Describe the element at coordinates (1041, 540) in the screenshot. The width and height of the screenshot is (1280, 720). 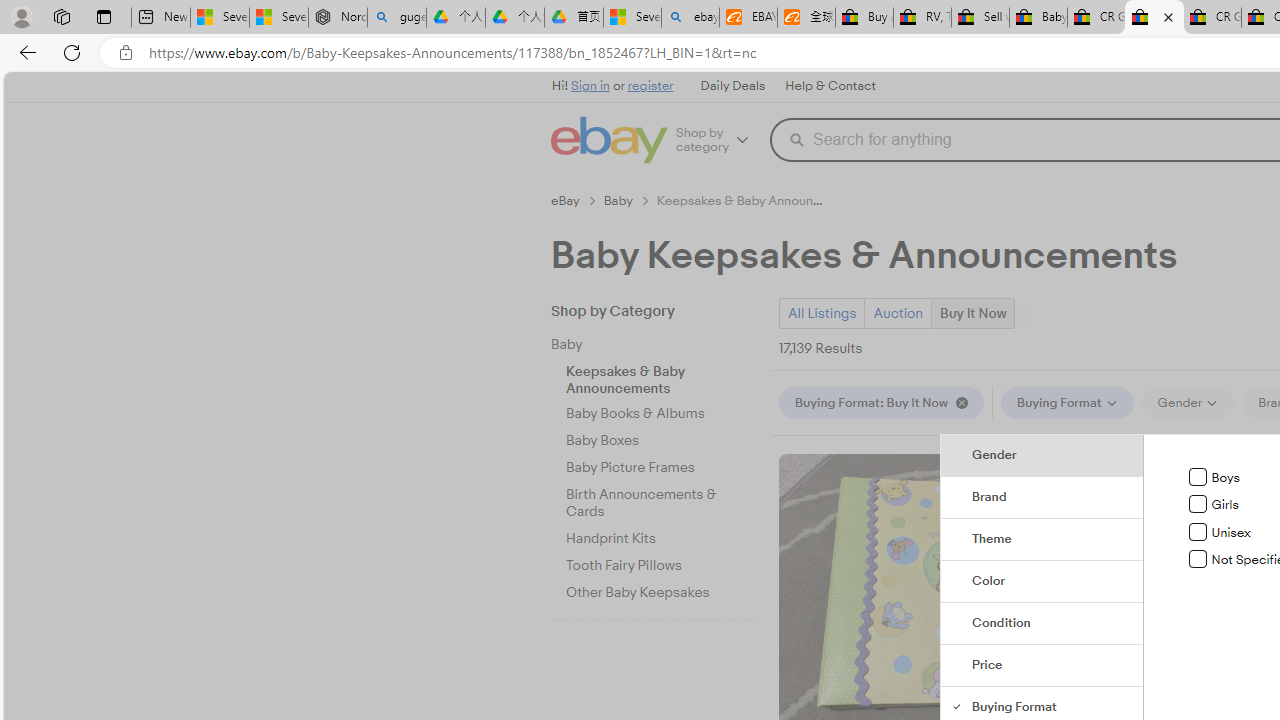
I see `'Theme'` at that location.